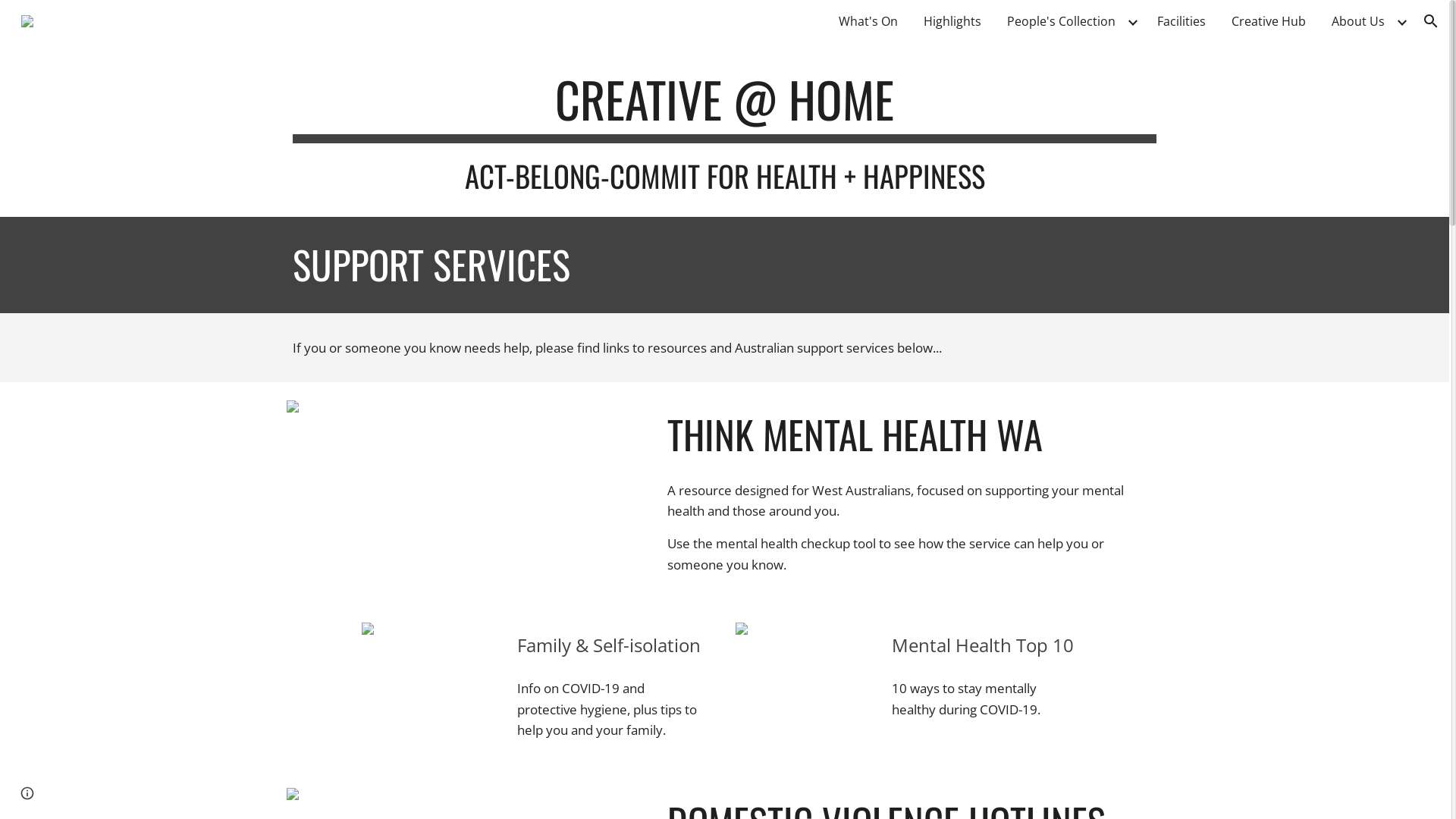 The height and width of the screenshot is (819, 1456). What do you see at coordinates (952, 20) in the screenshot?
I see `'Highlights'` at bounding box center [952, 20].